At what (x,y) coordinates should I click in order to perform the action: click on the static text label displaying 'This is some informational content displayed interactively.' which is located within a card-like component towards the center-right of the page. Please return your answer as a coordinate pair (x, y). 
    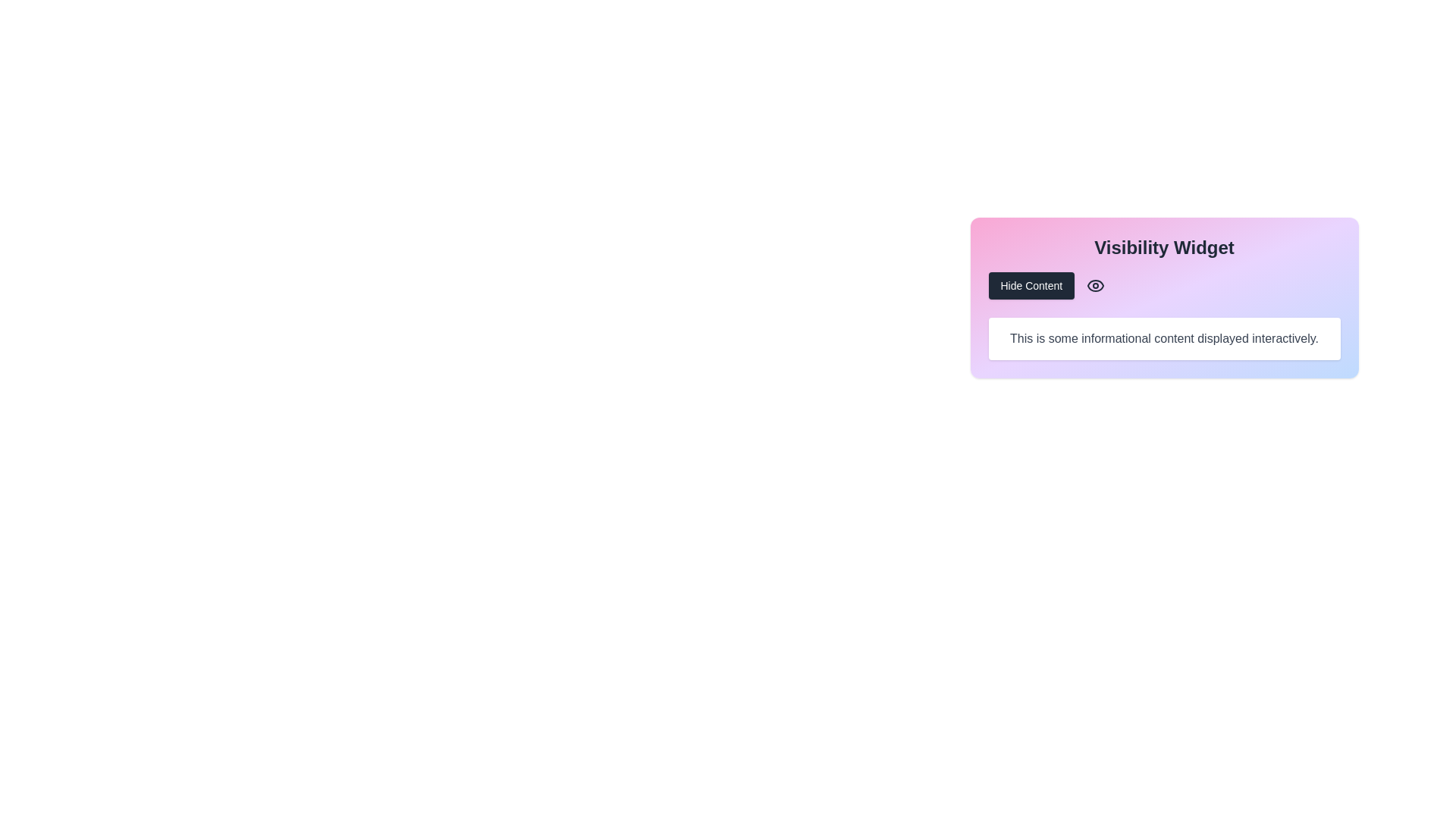
    Looking at the image, I should click on (1163, 338).